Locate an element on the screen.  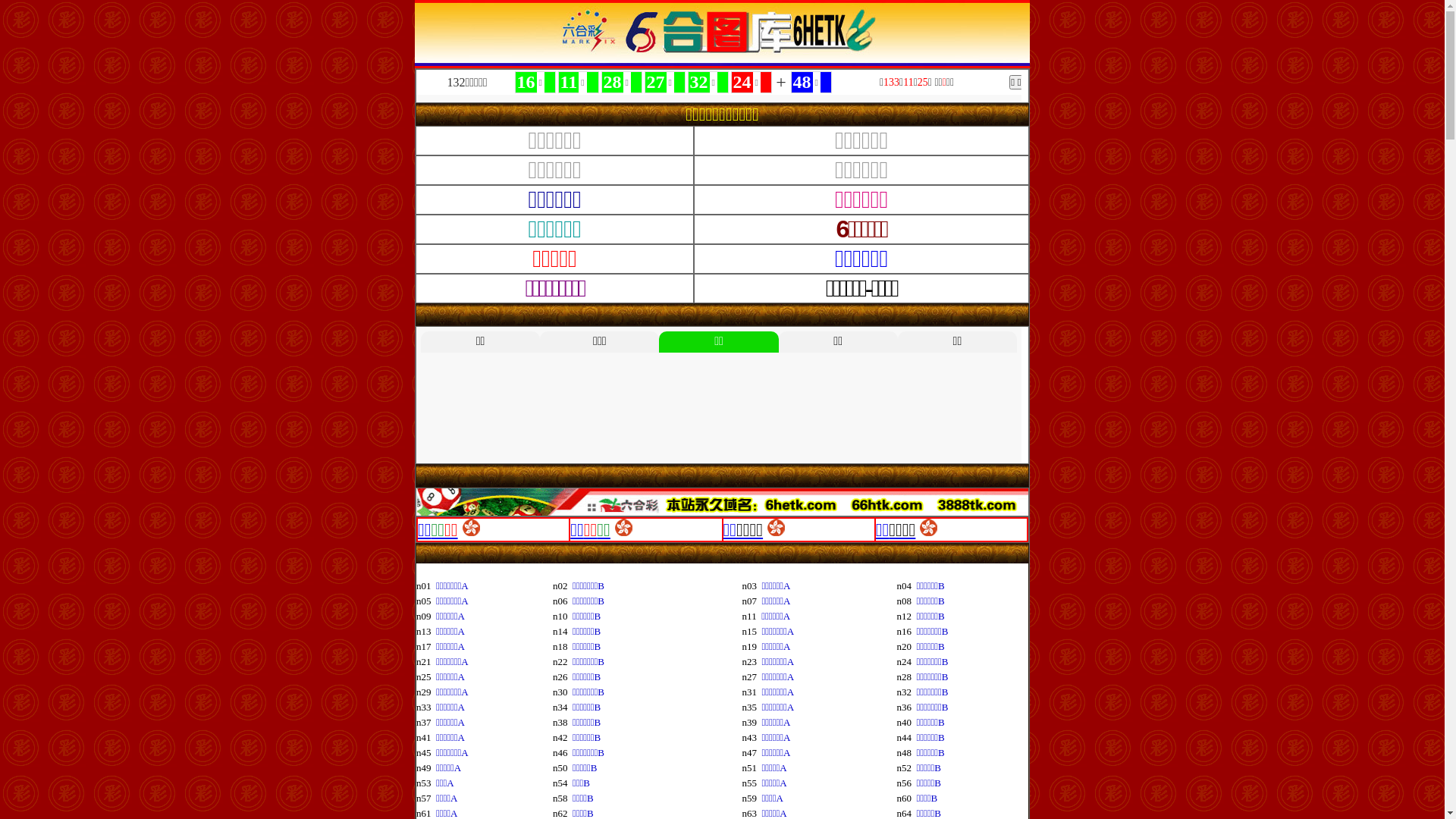
'n25 ' is located at coordinates (425, 676).